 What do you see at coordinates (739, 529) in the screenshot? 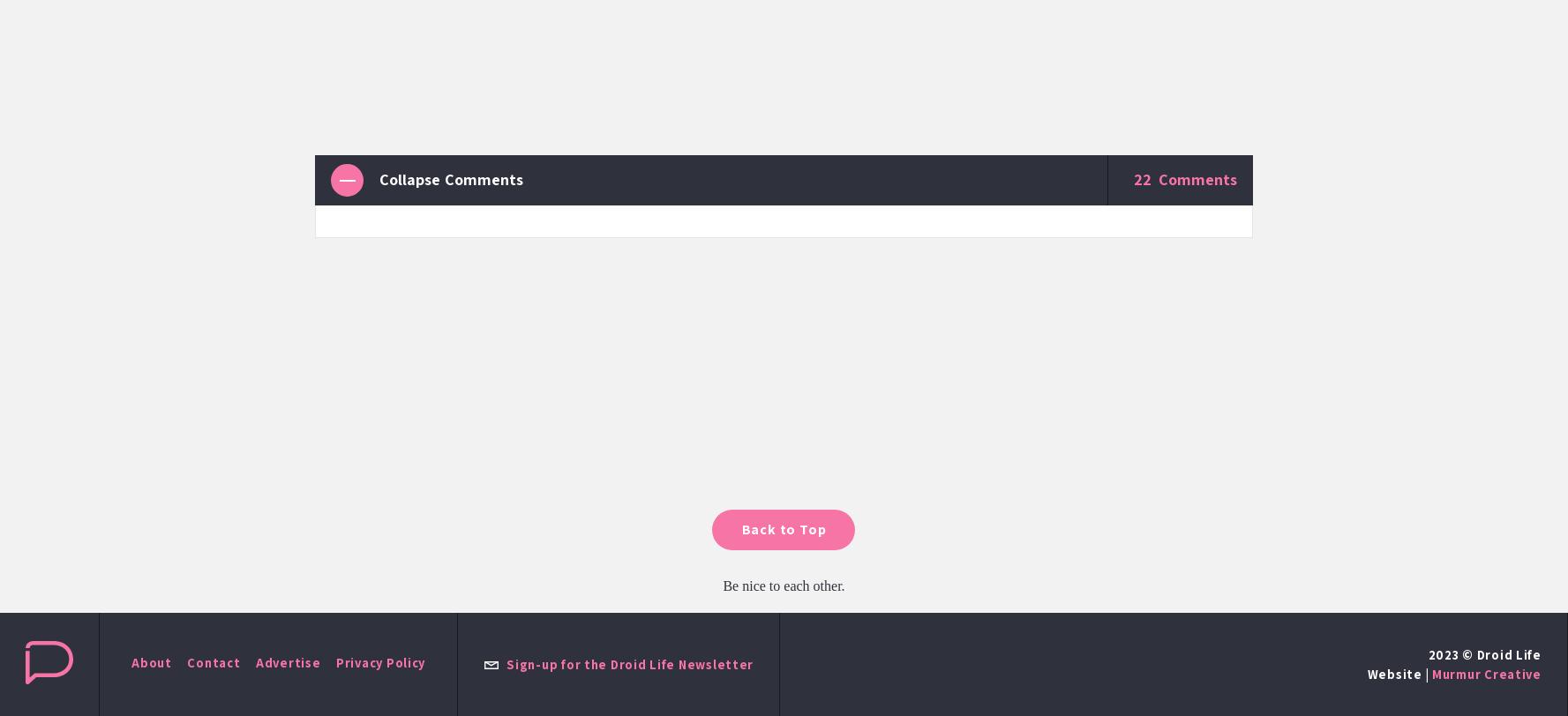
I see `'Back to Top'` at bounding box center [739, 529].